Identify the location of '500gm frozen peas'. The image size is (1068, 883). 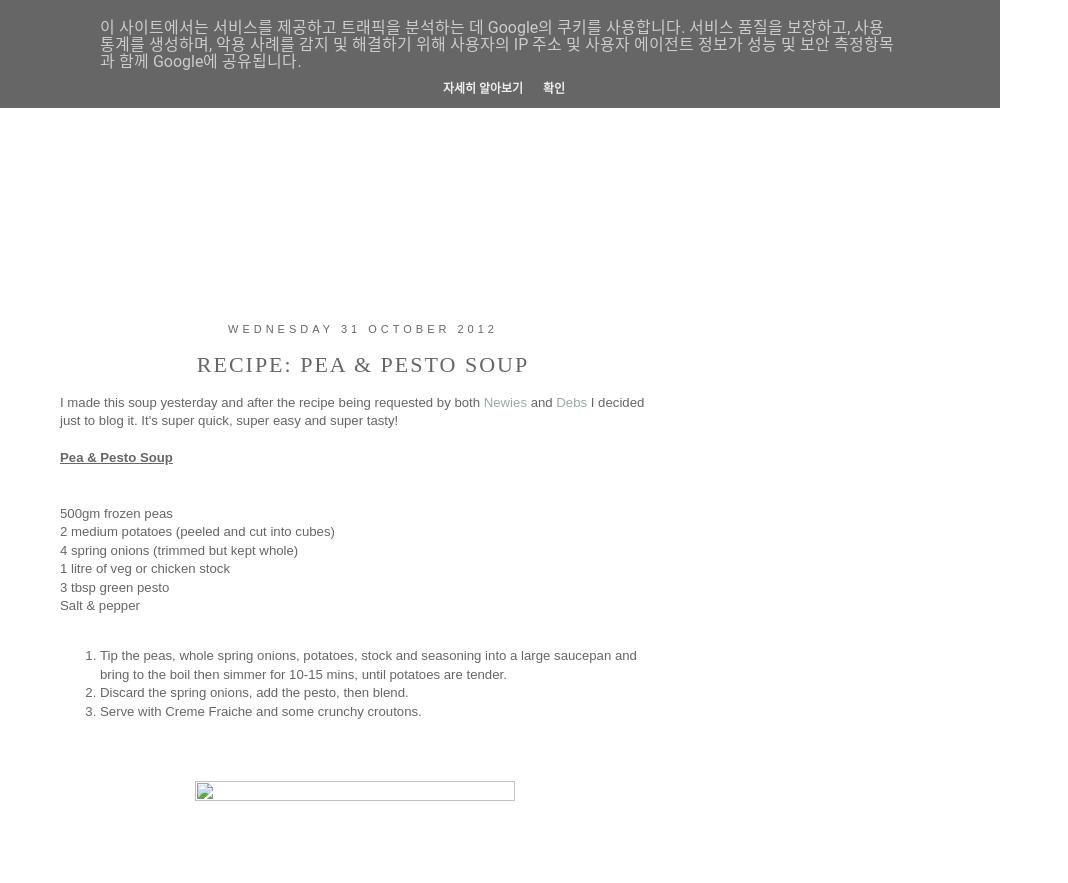
(114, 511).